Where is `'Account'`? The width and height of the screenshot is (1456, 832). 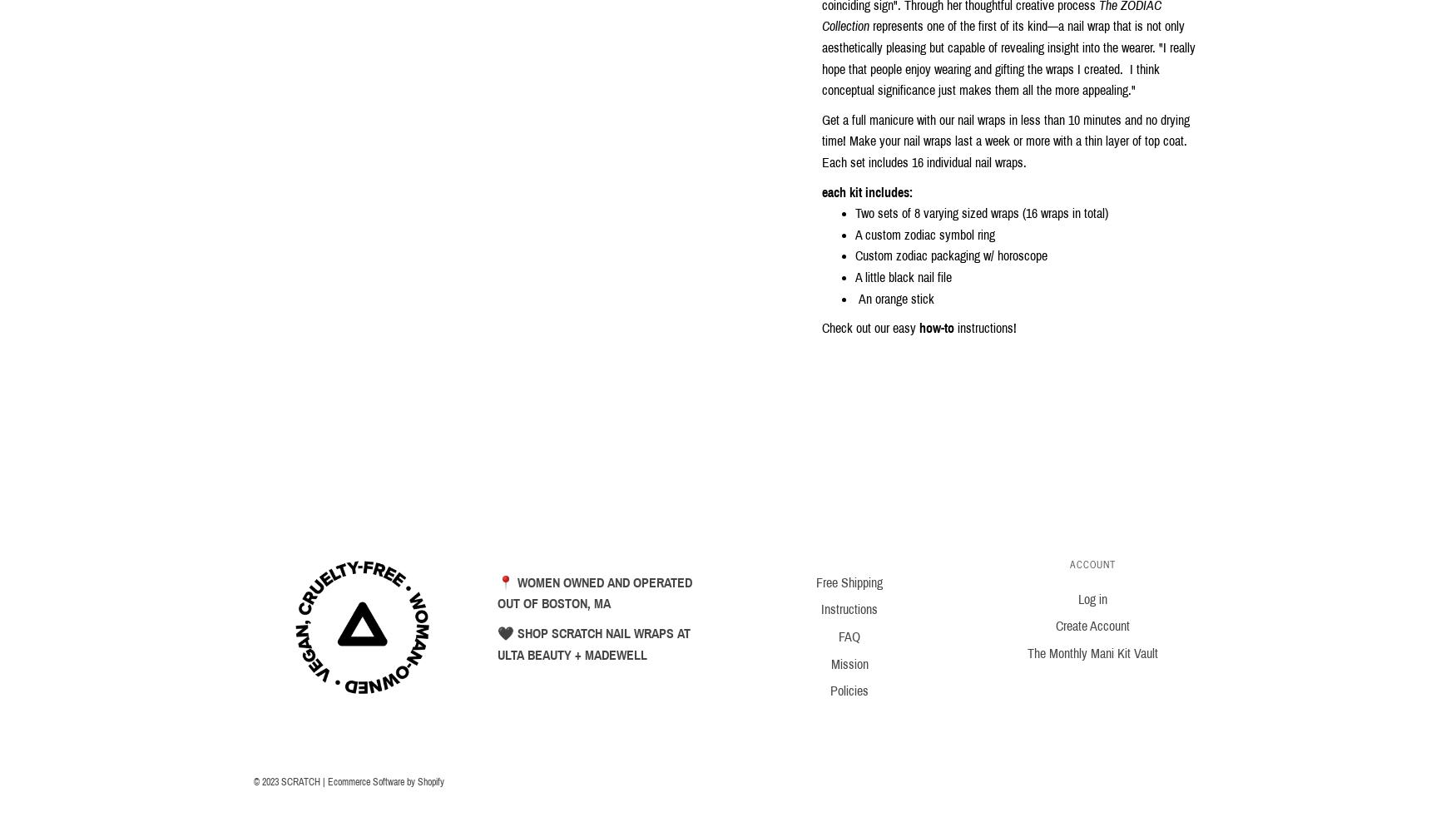
'Account' is located at coordinates (1092, 563).